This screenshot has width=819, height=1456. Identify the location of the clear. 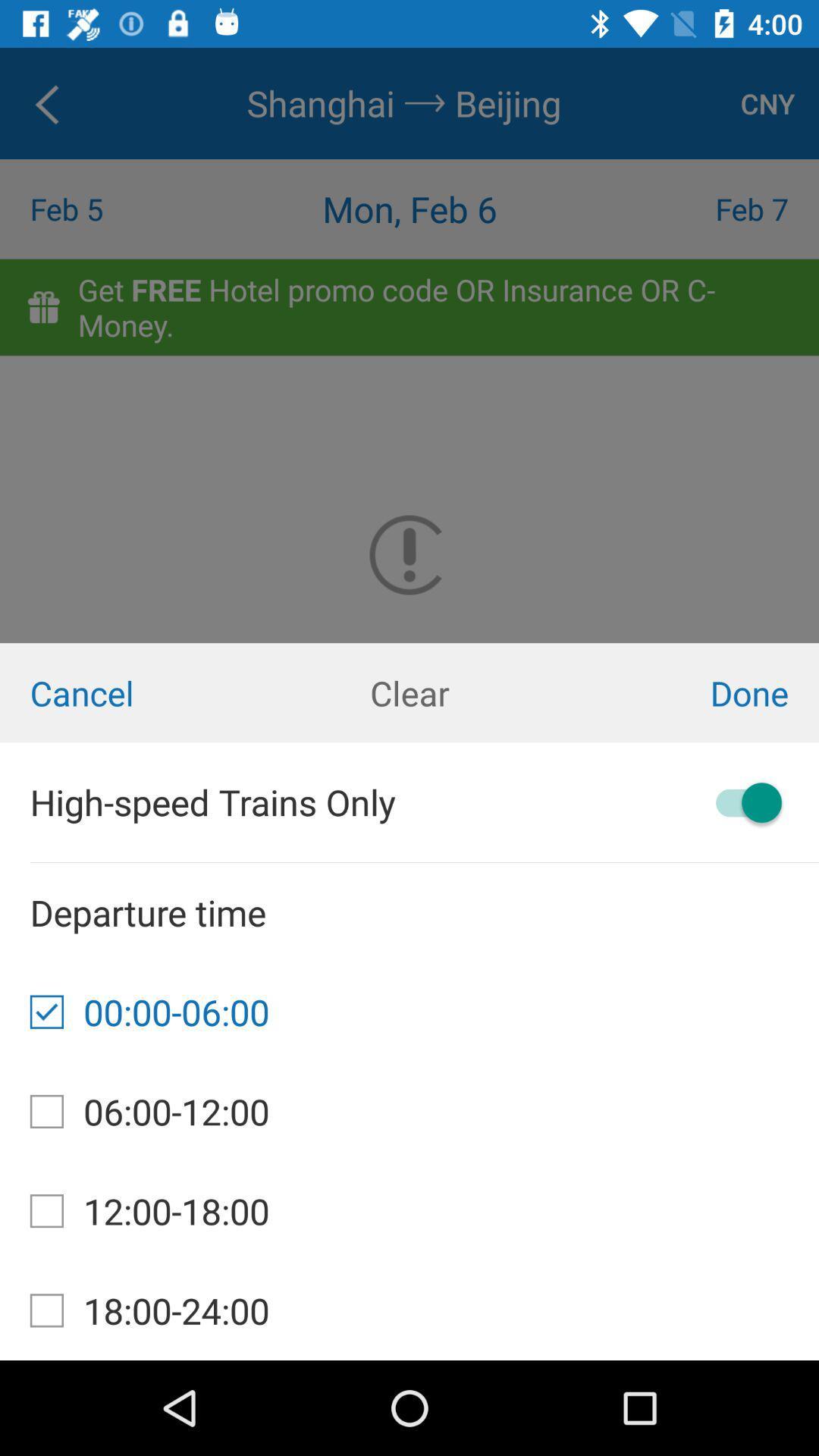
(409, 692).